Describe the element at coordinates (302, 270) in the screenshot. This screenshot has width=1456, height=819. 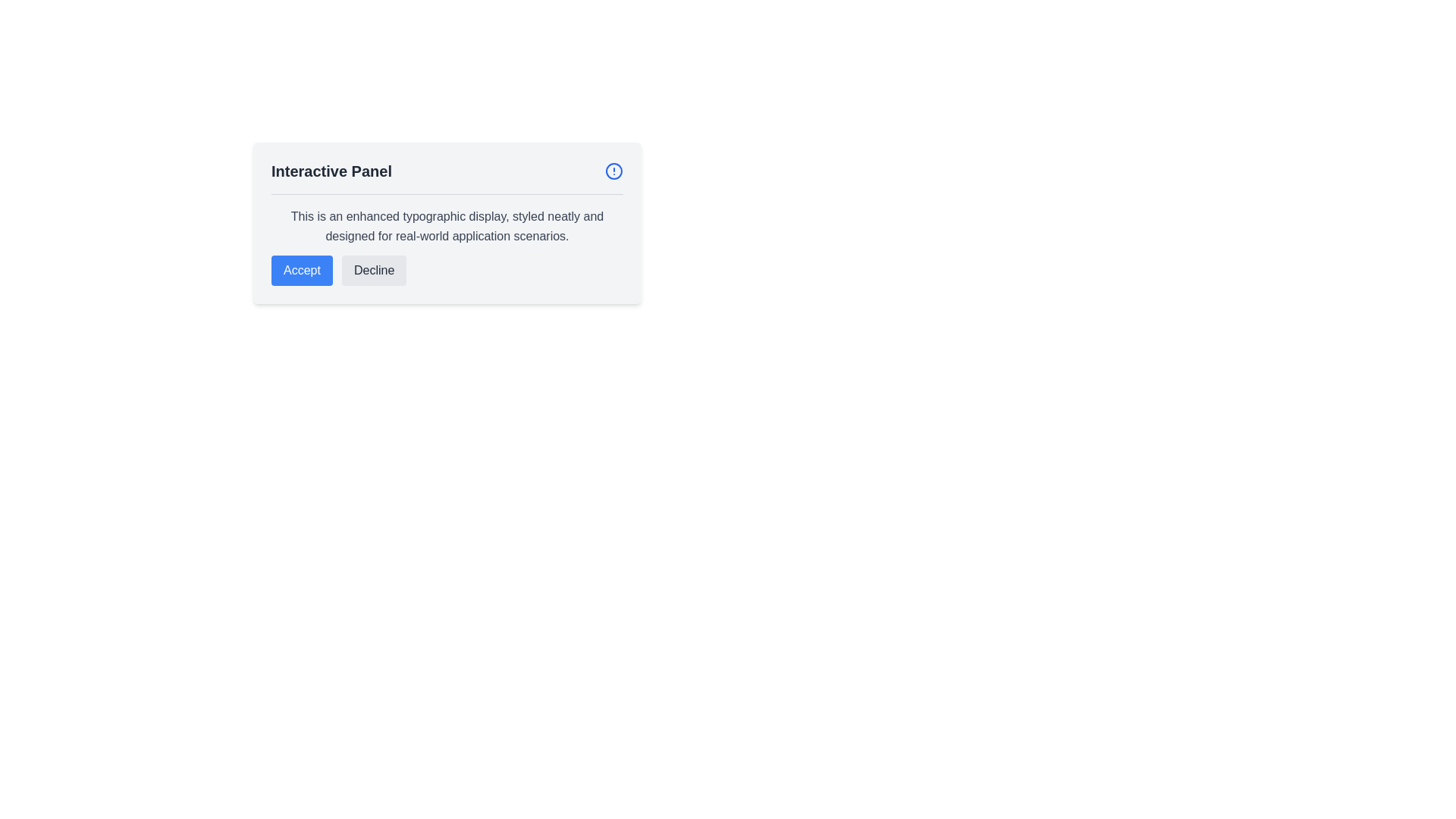
I see `the 'Accept' button, which has a blue background and white text, to visualize the hover effect` at that location.